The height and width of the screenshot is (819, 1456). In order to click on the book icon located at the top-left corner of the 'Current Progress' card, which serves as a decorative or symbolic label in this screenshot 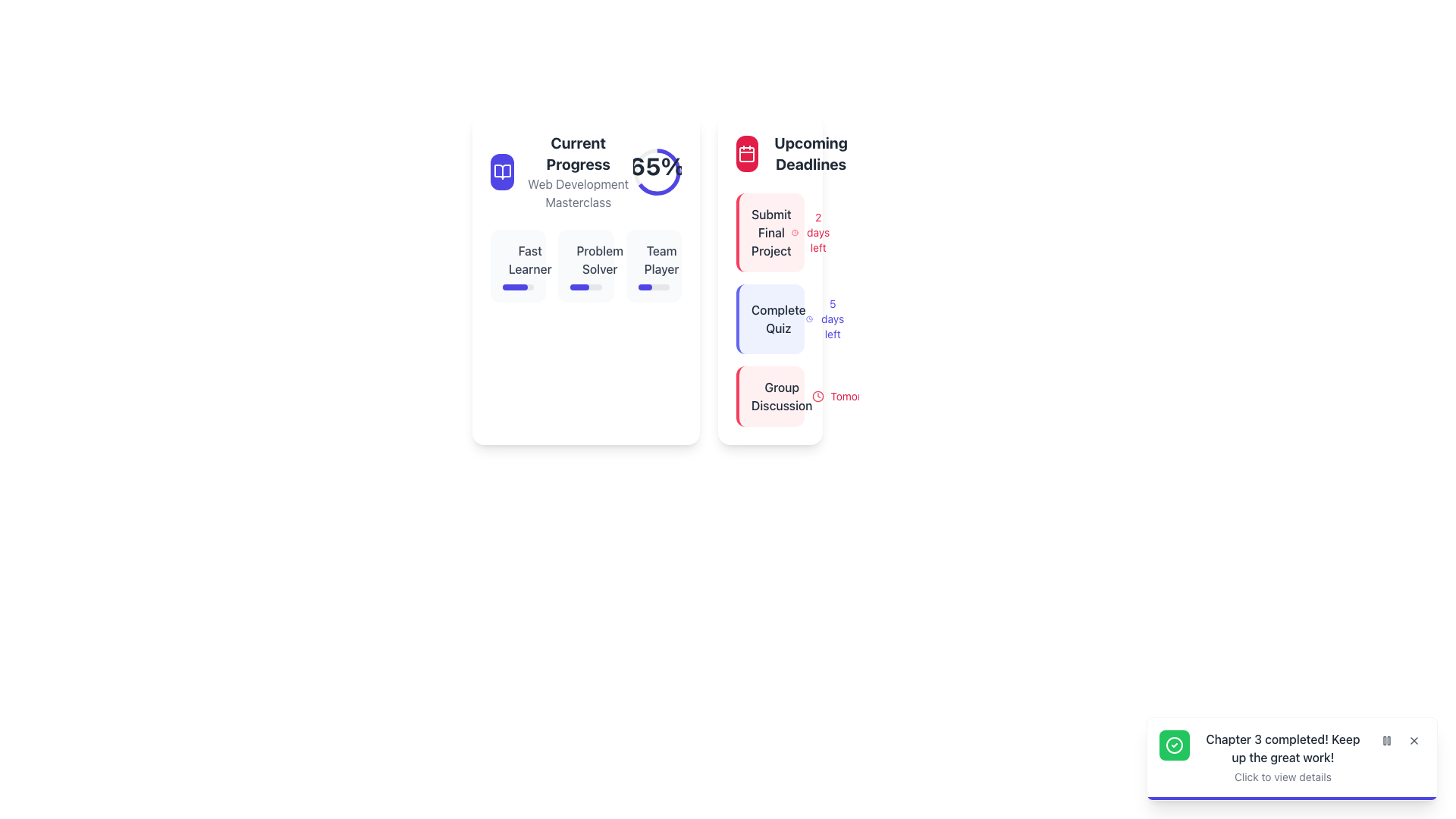, I will do `click(502, 171)`.